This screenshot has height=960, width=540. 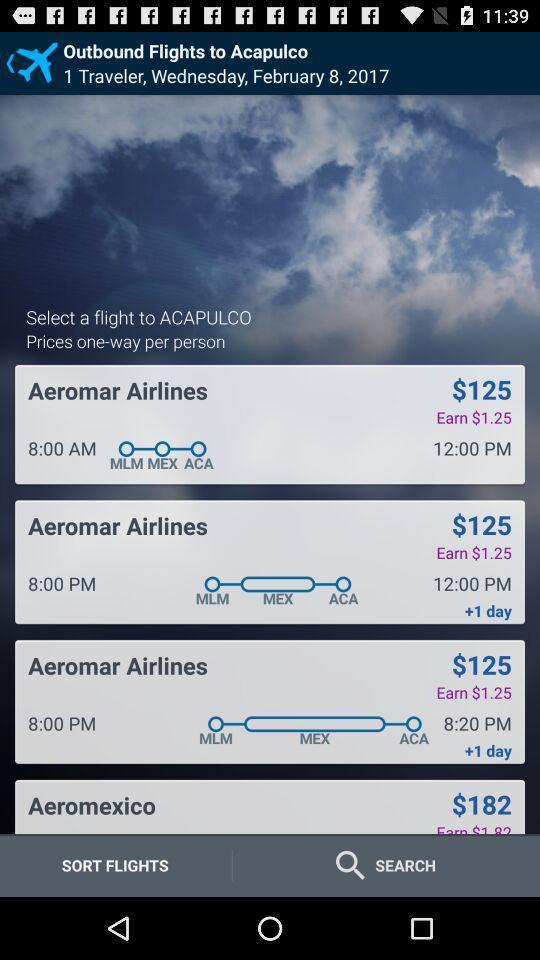 I want to click on the icon above the prices one way item, so click(x=137, y=316).